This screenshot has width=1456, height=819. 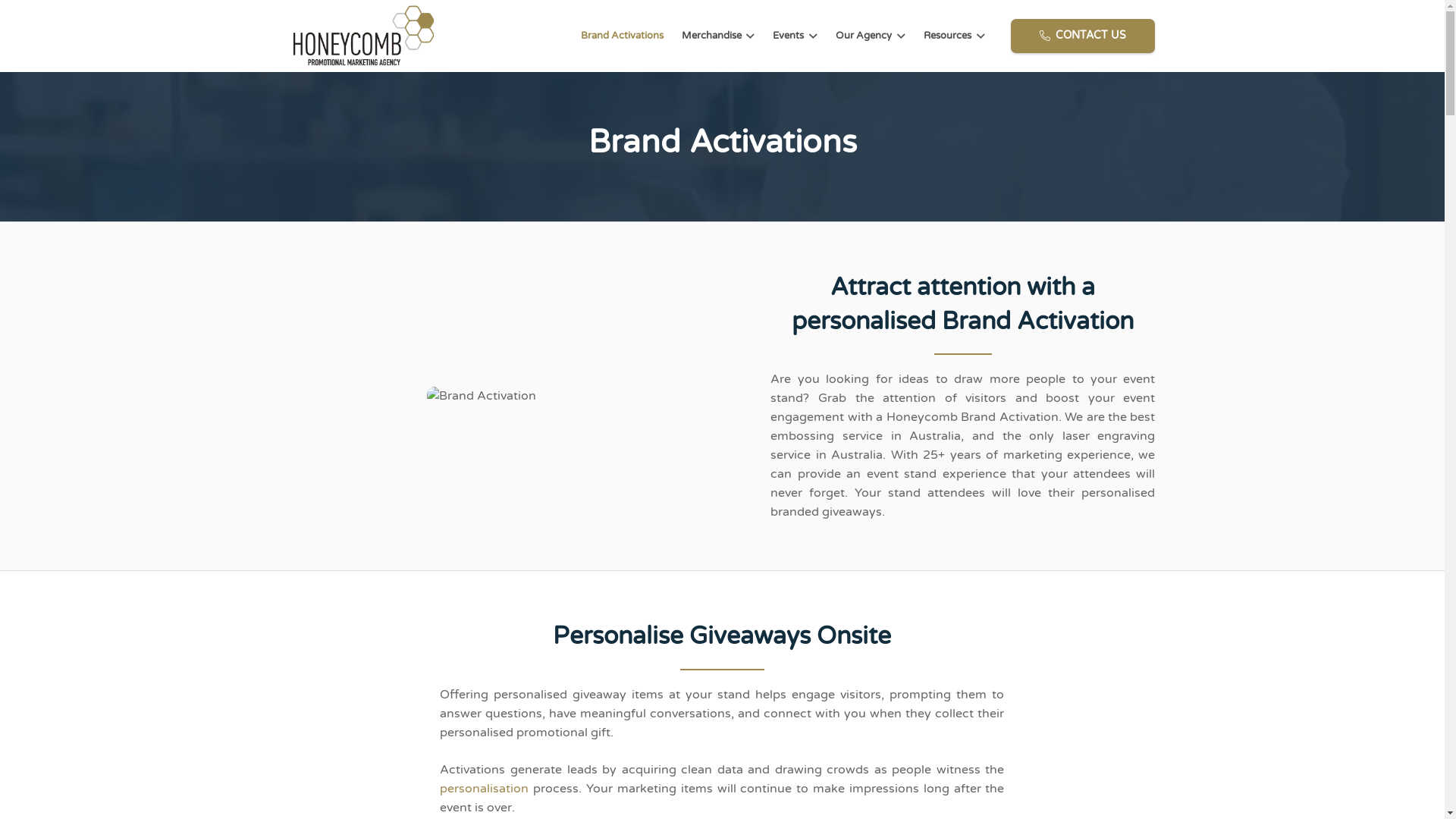 I want to click on 'Our Agency', so click(x=870, y=35).